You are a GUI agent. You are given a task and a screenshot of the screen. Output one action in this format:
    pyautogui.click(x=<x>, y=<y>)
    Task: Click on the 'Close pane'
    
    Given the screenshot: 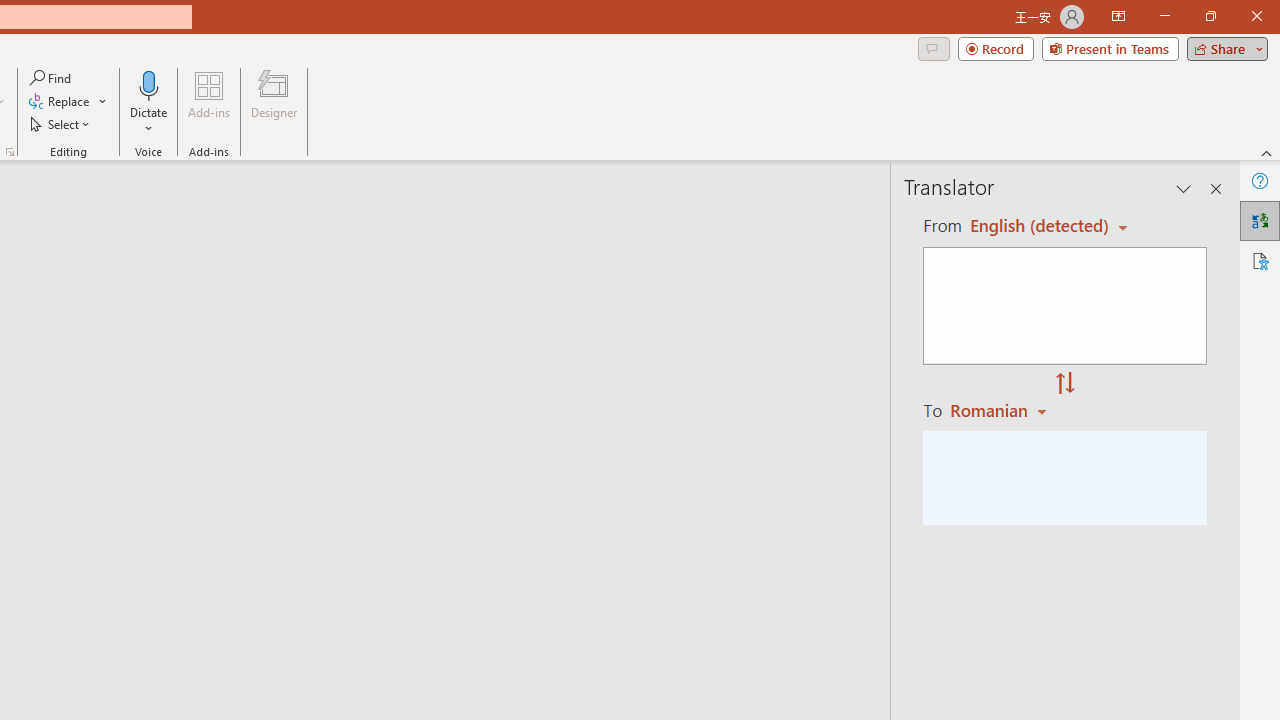 What is the action you would take?
    pyautogui.click(x=1215, y=189)
    